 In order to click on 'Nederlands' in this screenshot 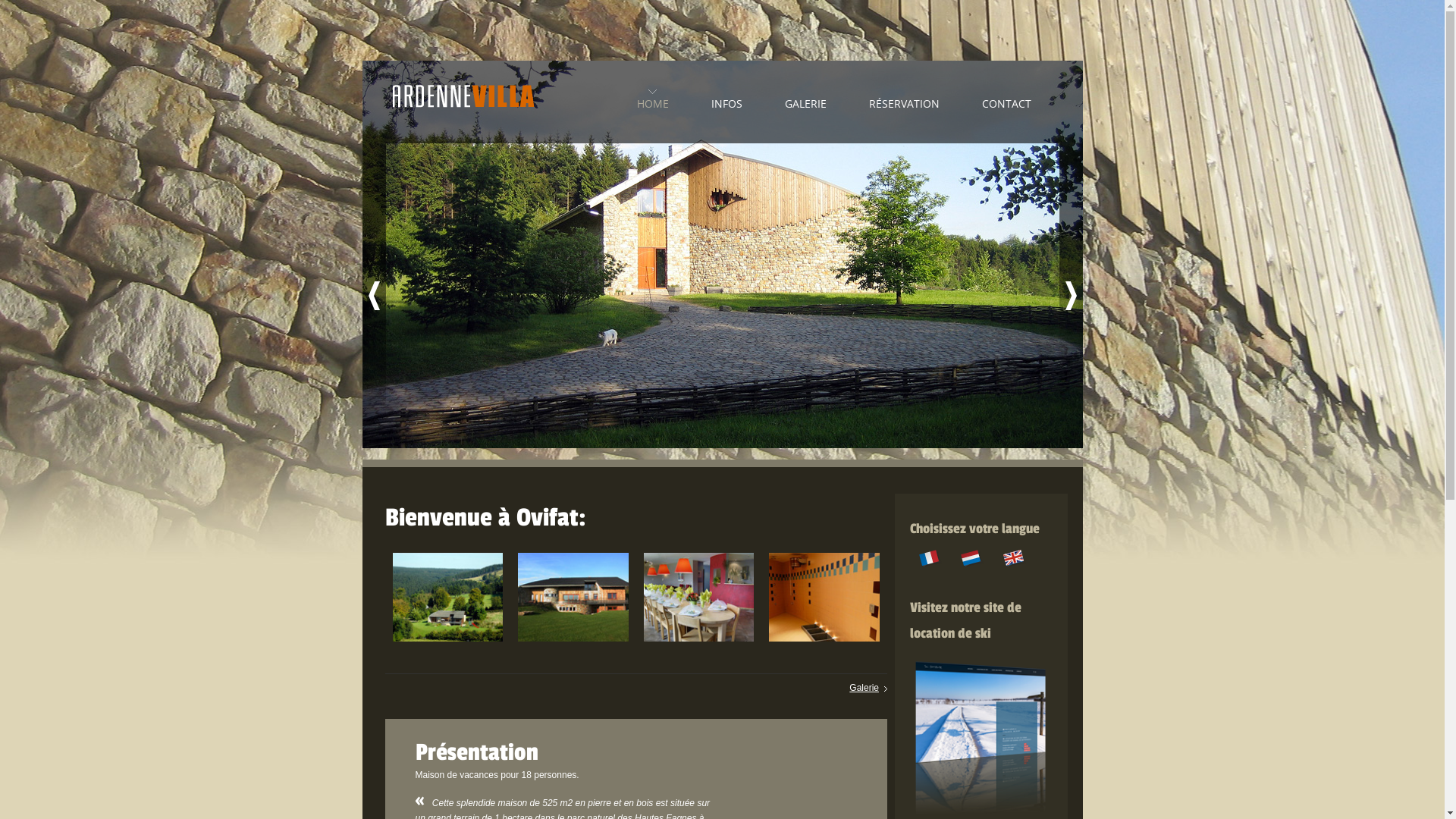, I will do `click(971, 557)`.